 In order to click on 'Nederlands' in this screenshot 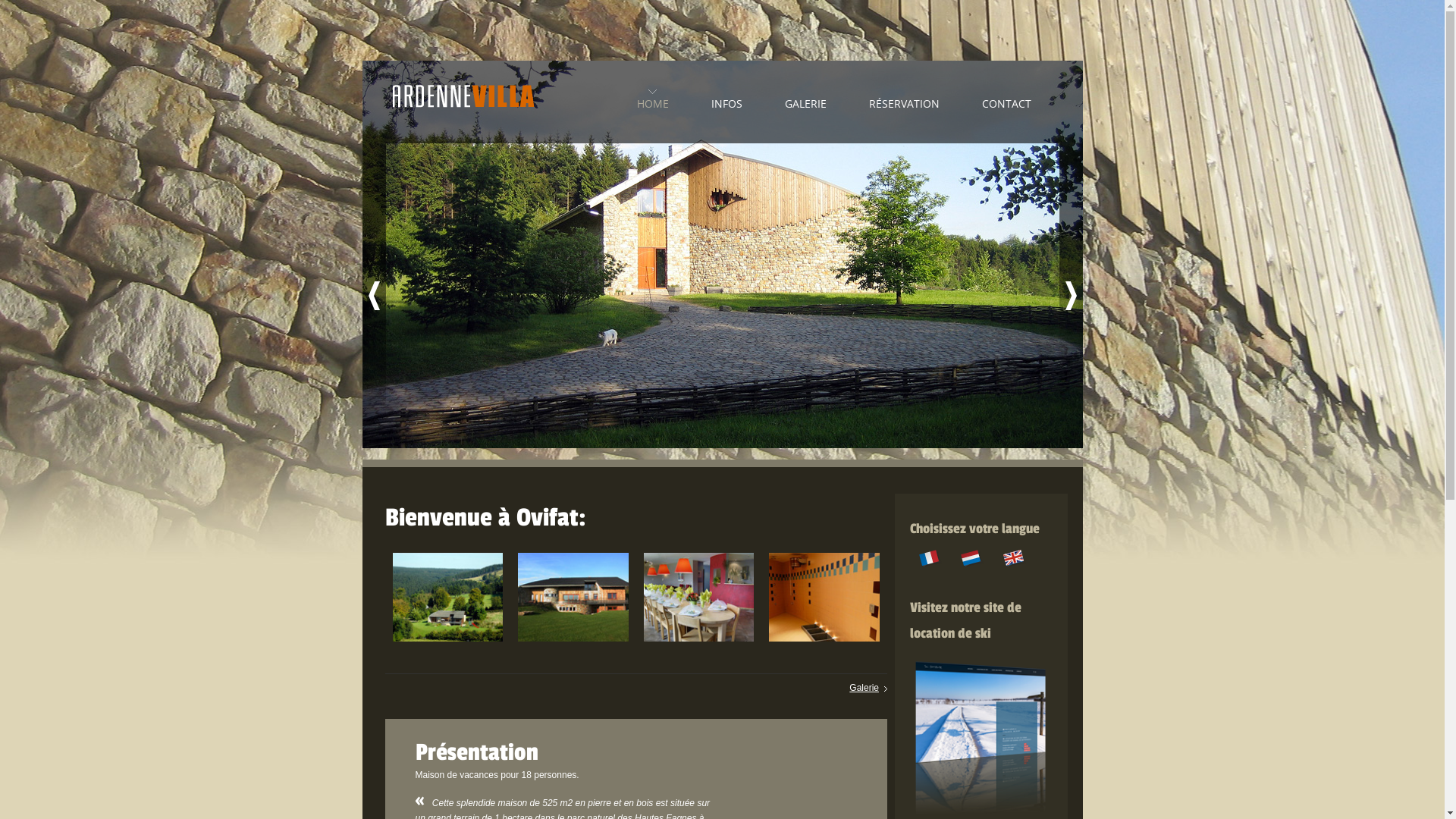, I will do `click(971, 557)`.